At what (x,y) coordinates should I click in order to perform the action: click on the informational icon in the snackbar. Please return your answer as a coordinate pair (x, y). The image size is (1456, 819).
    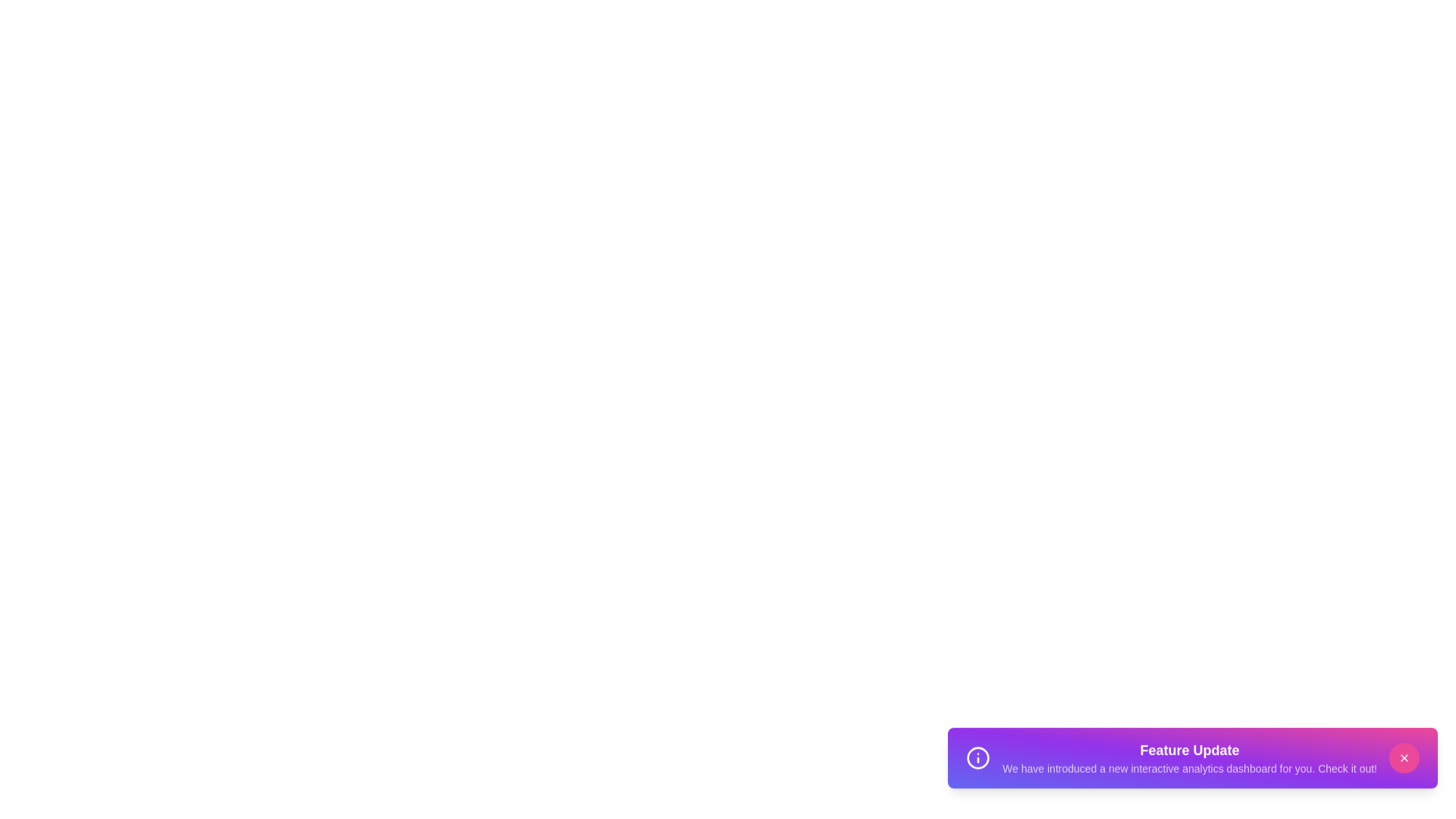
    Looking at the image, I should click on (978, 765).